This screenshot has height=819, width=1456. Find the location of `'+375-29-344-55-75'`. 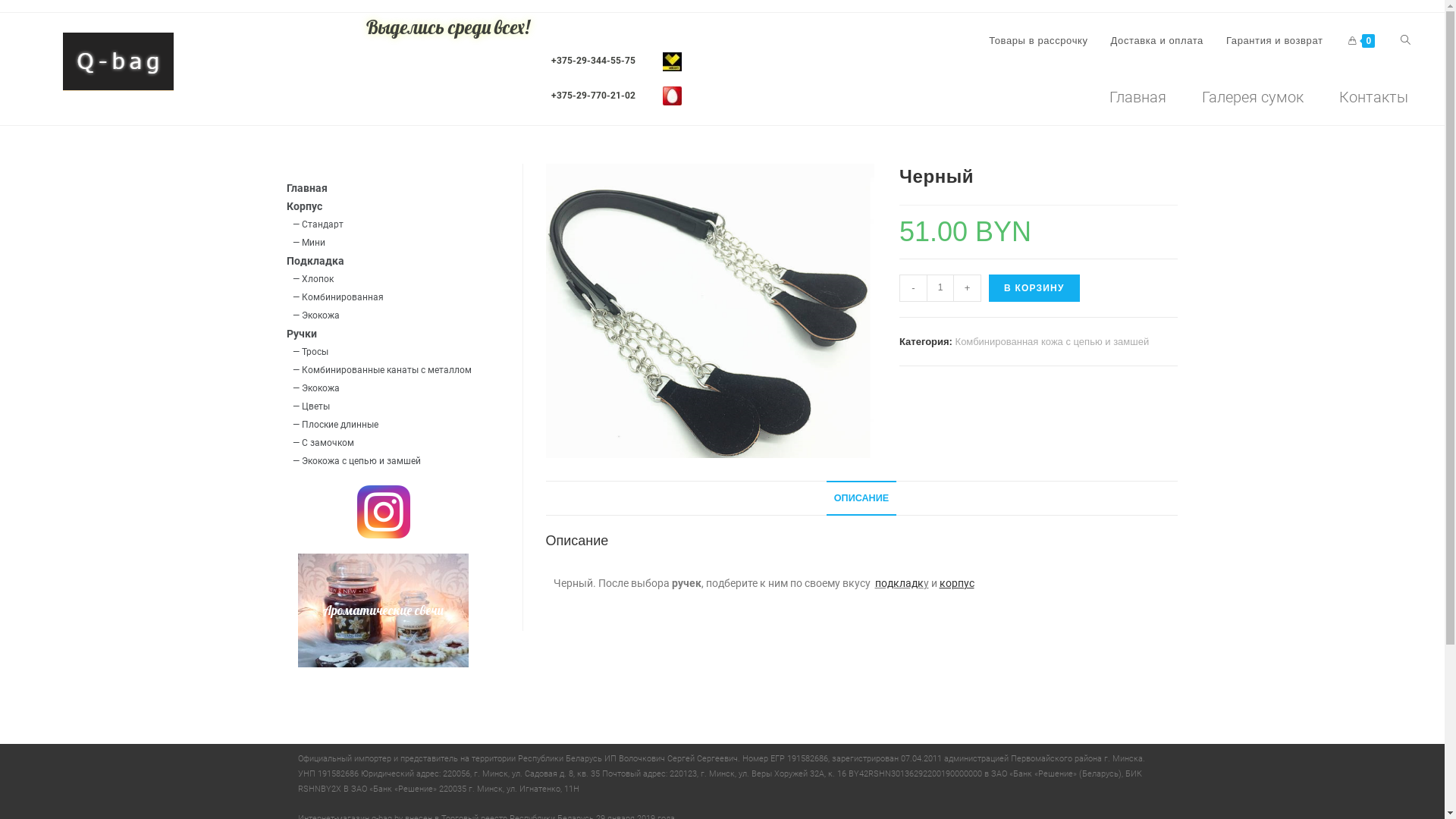

'+375-29-344-55-75' is located at coordinates (592, 60).